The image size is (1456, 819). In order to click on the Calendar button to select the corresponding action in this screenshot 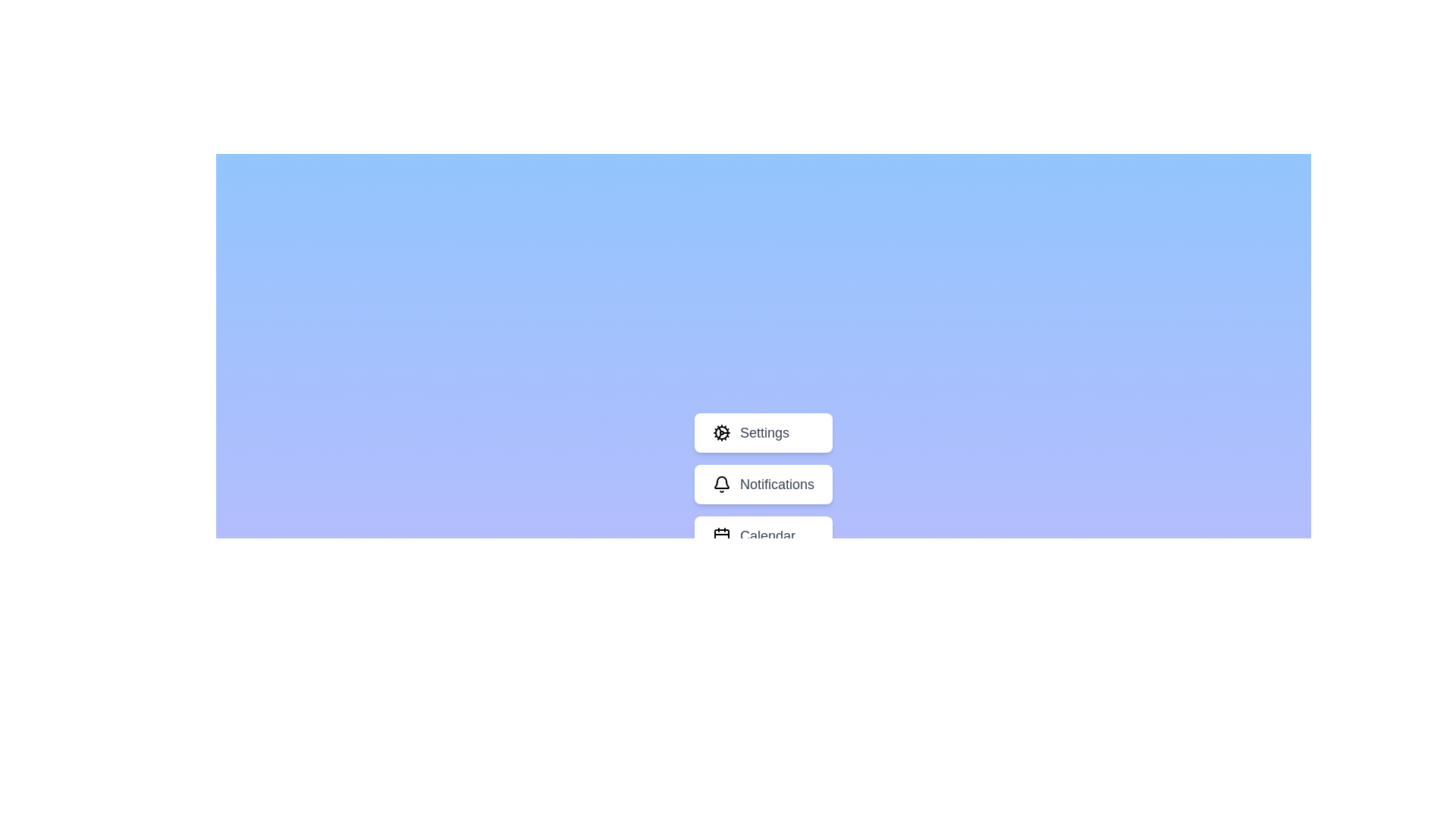, I will do `click(764, 535)`.